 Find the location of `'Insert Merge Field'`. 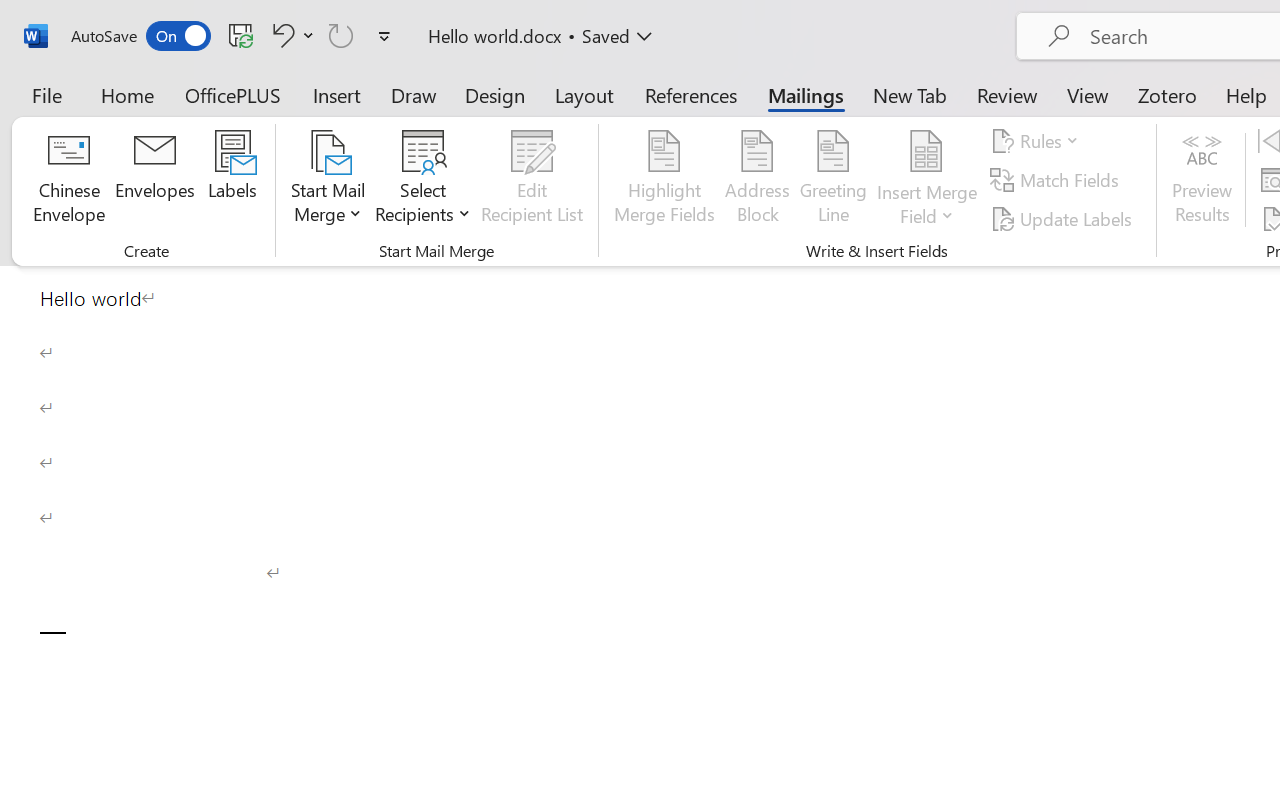

'Insert Merge Field' is located at coordinates (926, 151).